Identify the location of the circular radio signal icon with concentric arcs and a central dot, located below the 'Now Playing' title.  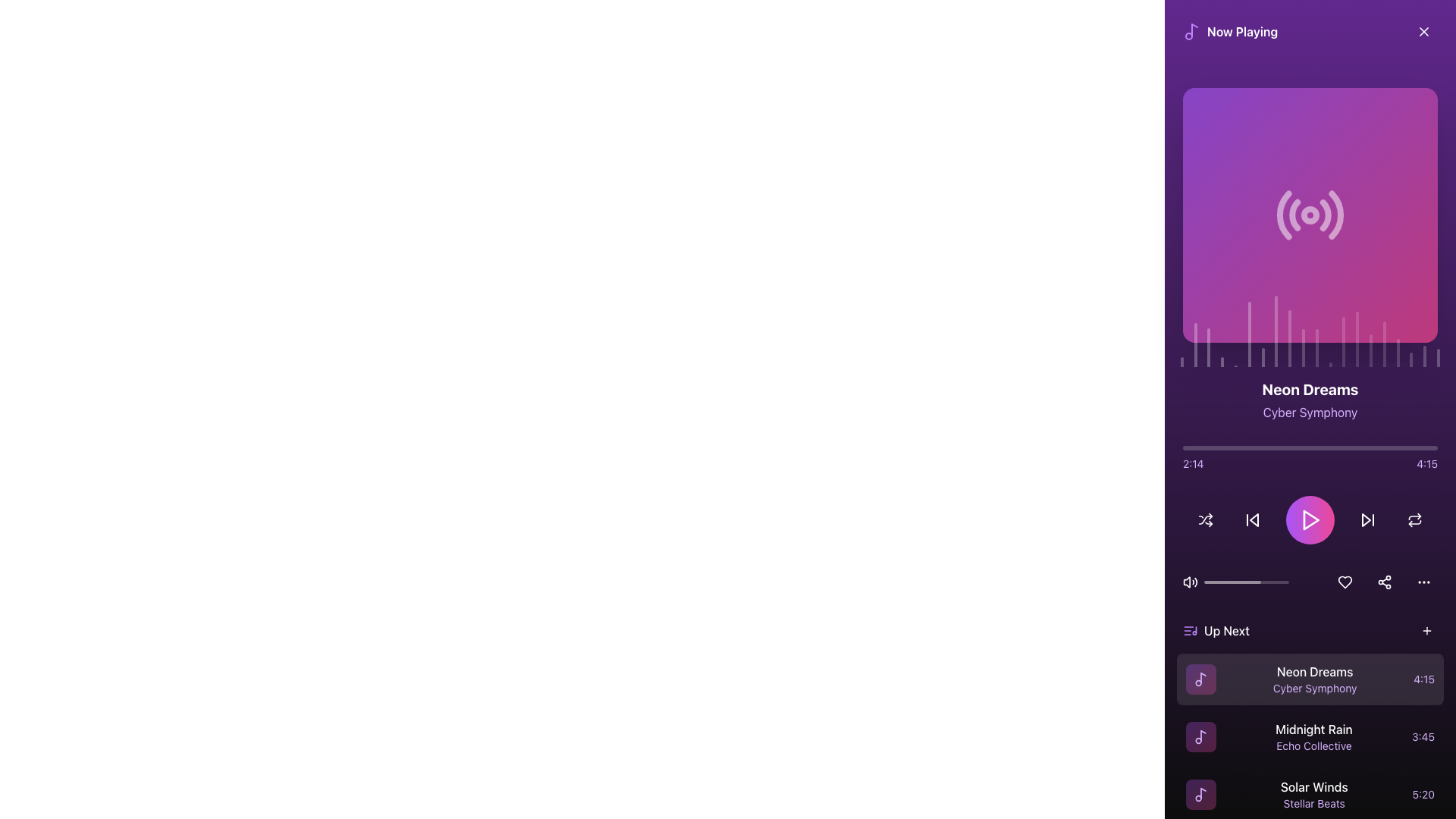
(1310, 215).